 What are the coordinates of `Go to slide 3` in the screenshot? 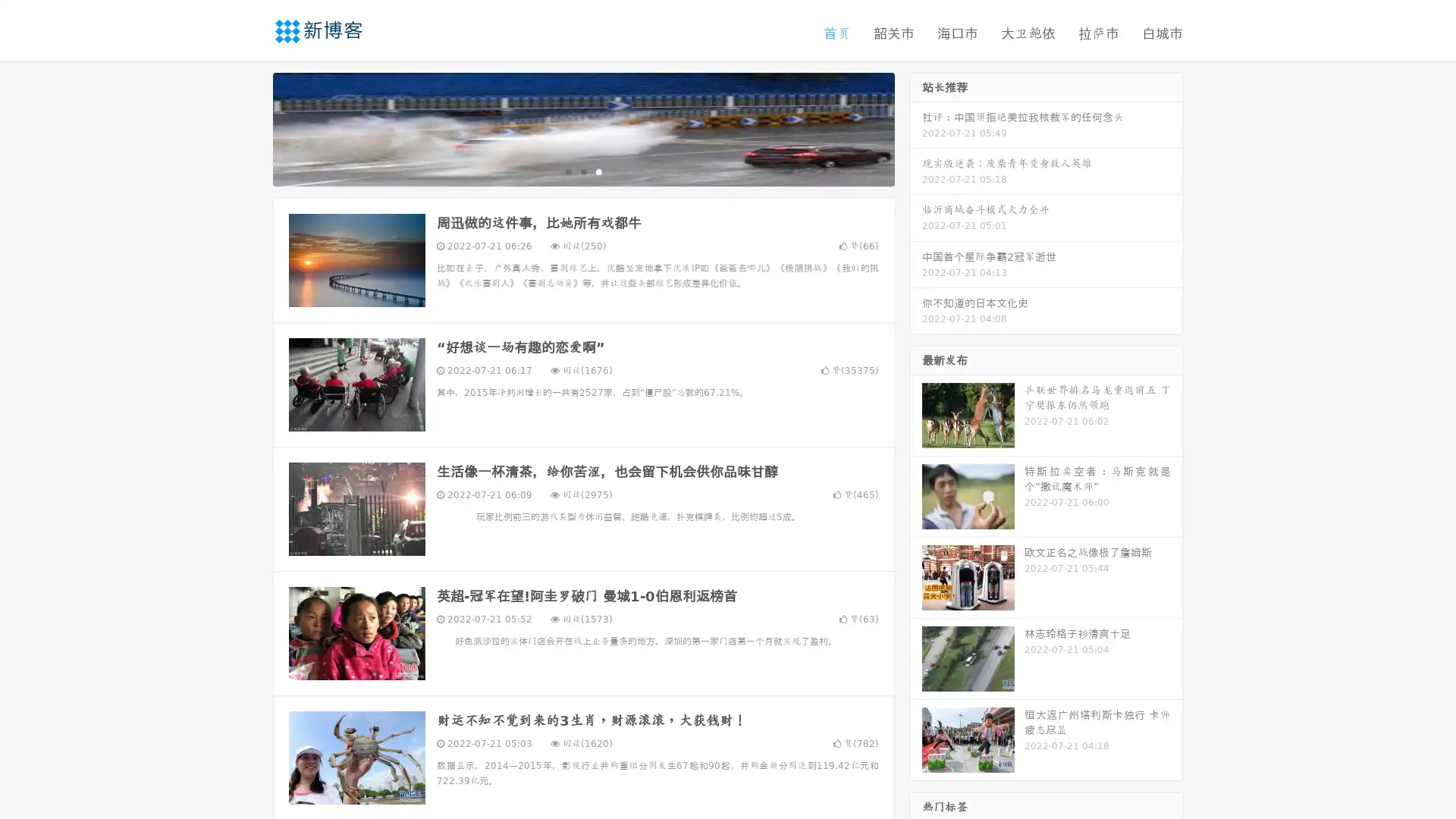 It's located at (598, 171).